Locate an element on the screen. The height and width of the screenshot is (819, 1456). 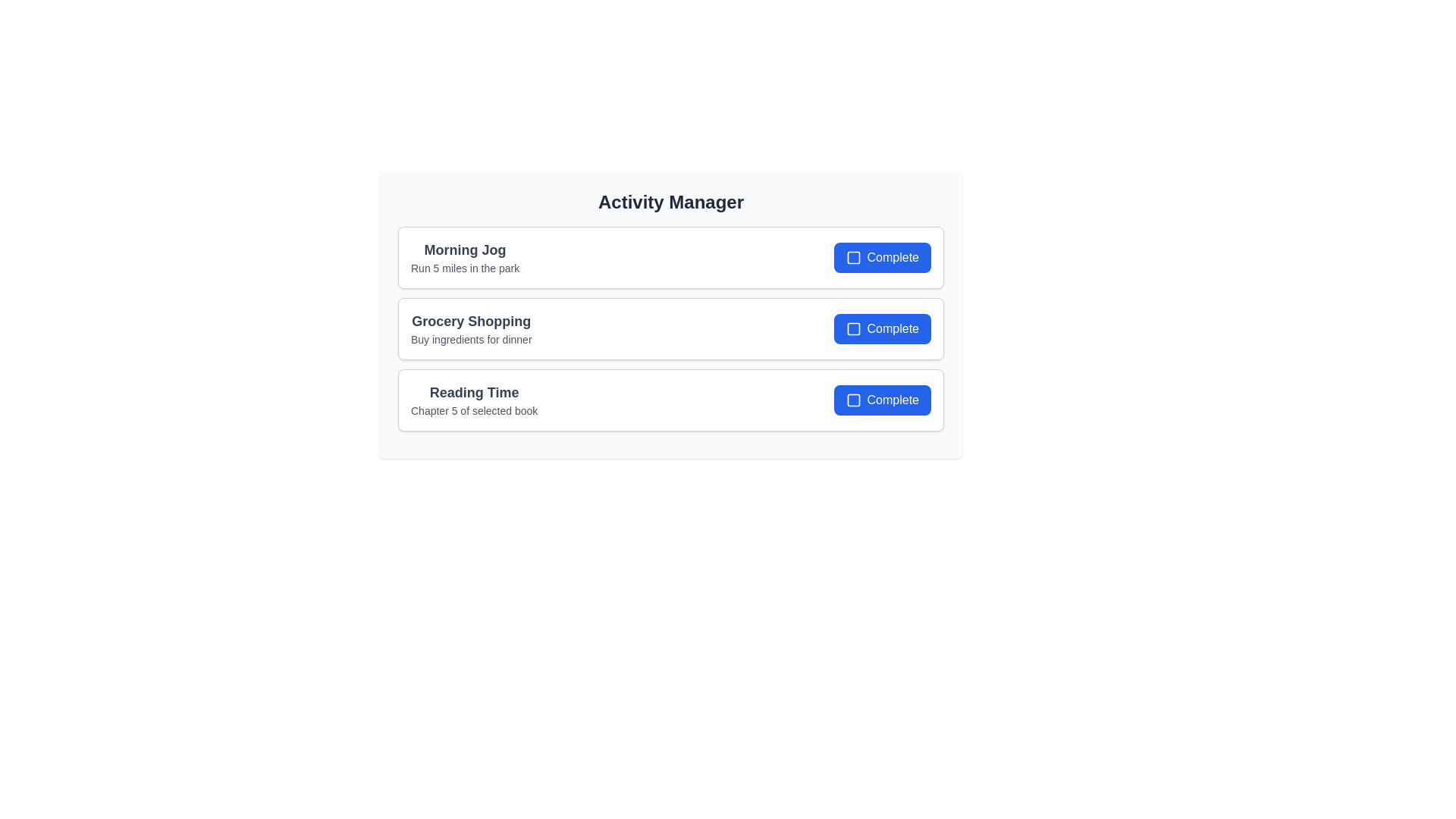
the decorative or interactive icon related to the 'Complete' button in the 'Reading Time' activity labeled 'Chapter 5 of selected book' is located at coordinates (853, 400).